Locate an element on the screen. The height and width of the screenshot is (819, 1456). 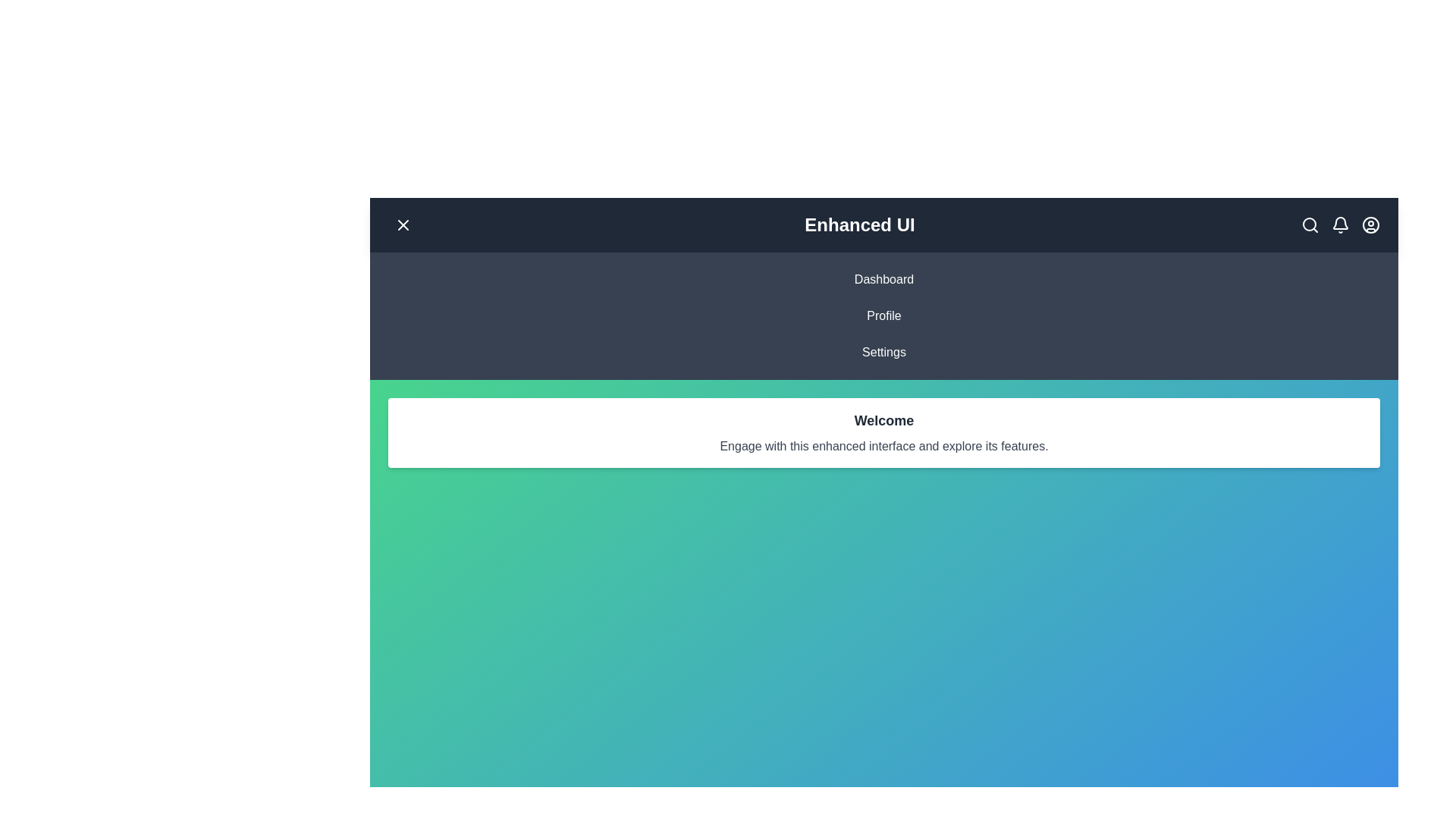
the 'Bell' icon to check notifications is located at coordinates (1340, 225).